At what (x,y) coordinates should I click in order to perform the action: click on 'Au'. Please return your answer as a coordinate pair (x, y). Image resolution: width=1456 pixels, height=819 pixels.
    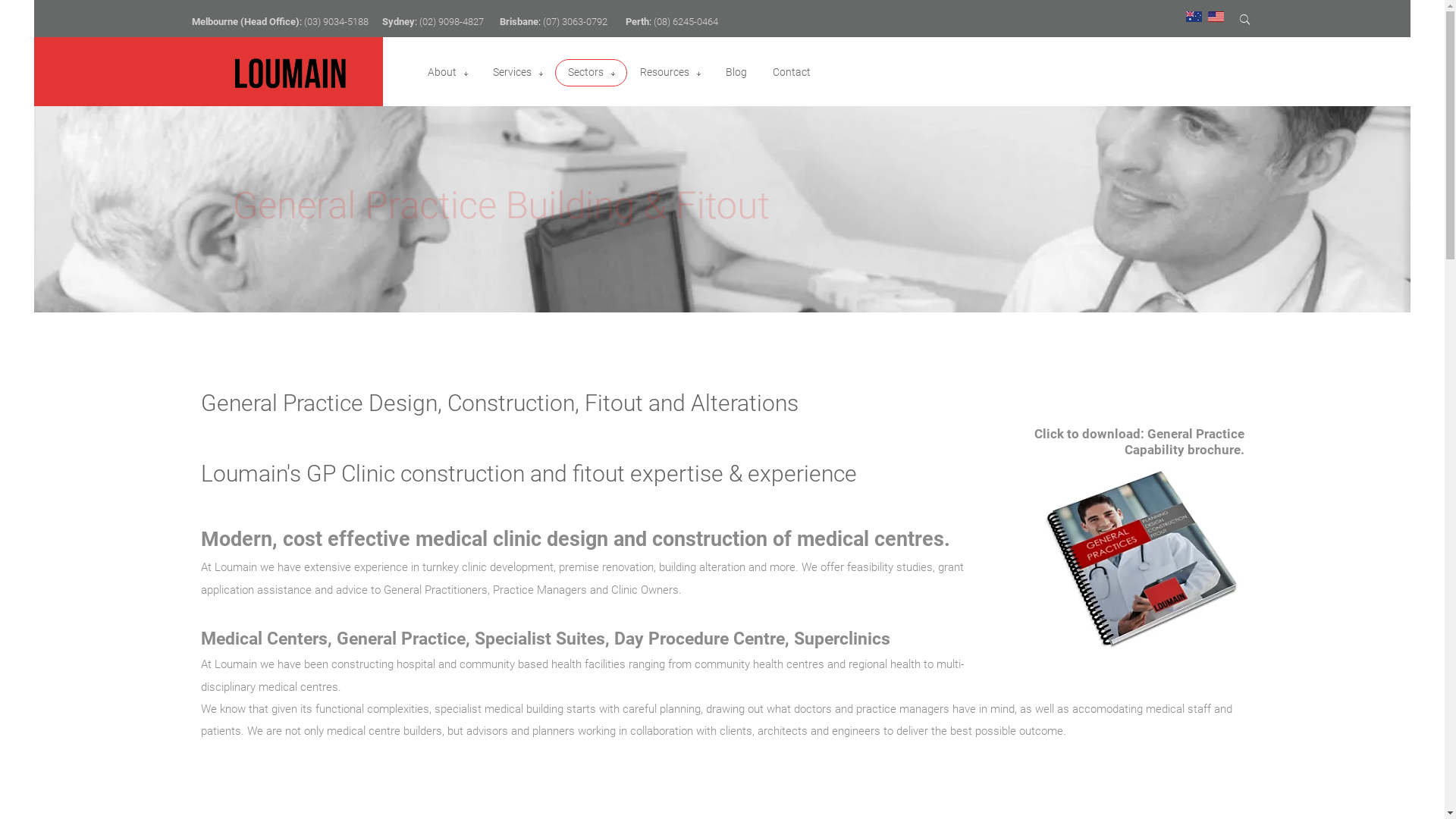
    Looking at the image, I should click on (1193, 15).